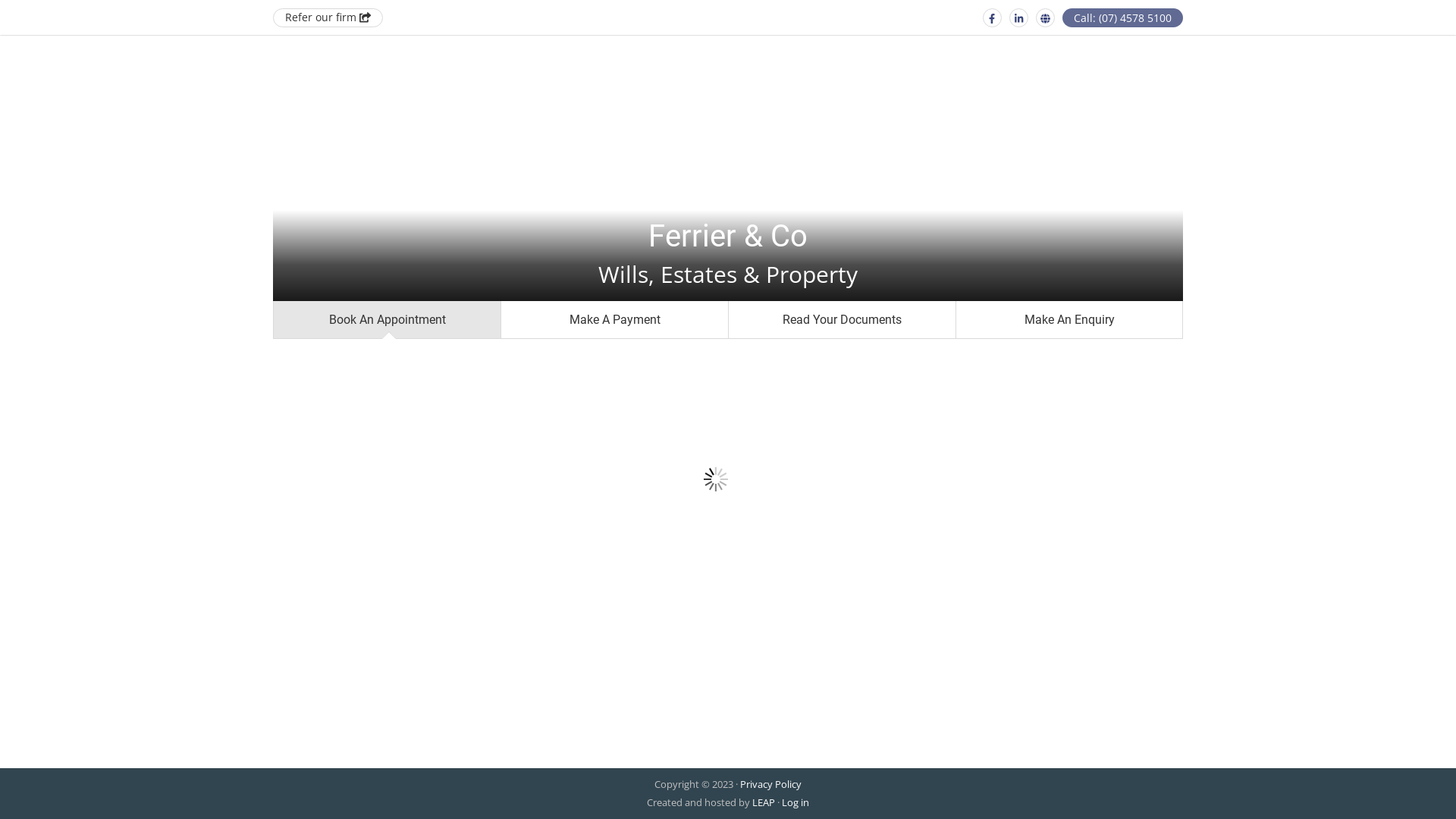  What do you see at coordinates (0, 0) in the screenshot?
I see `'Skip to main content'` at bounding box center [0, 0].